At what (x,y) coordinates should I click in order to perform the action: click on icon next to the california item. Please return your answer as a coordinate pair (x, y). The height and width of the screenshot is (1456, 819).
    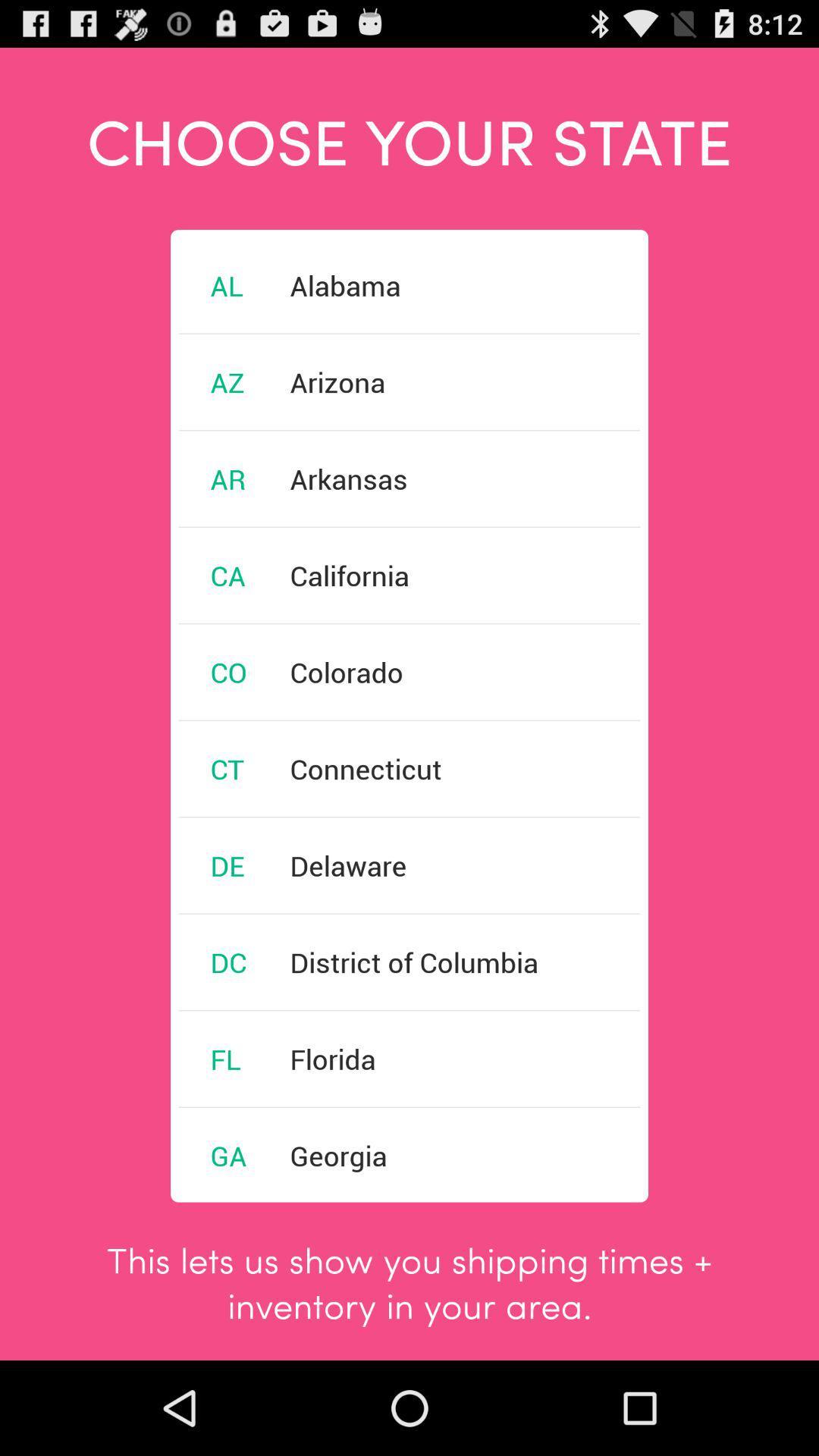
    Looking at the image, I should click on (227, 574).